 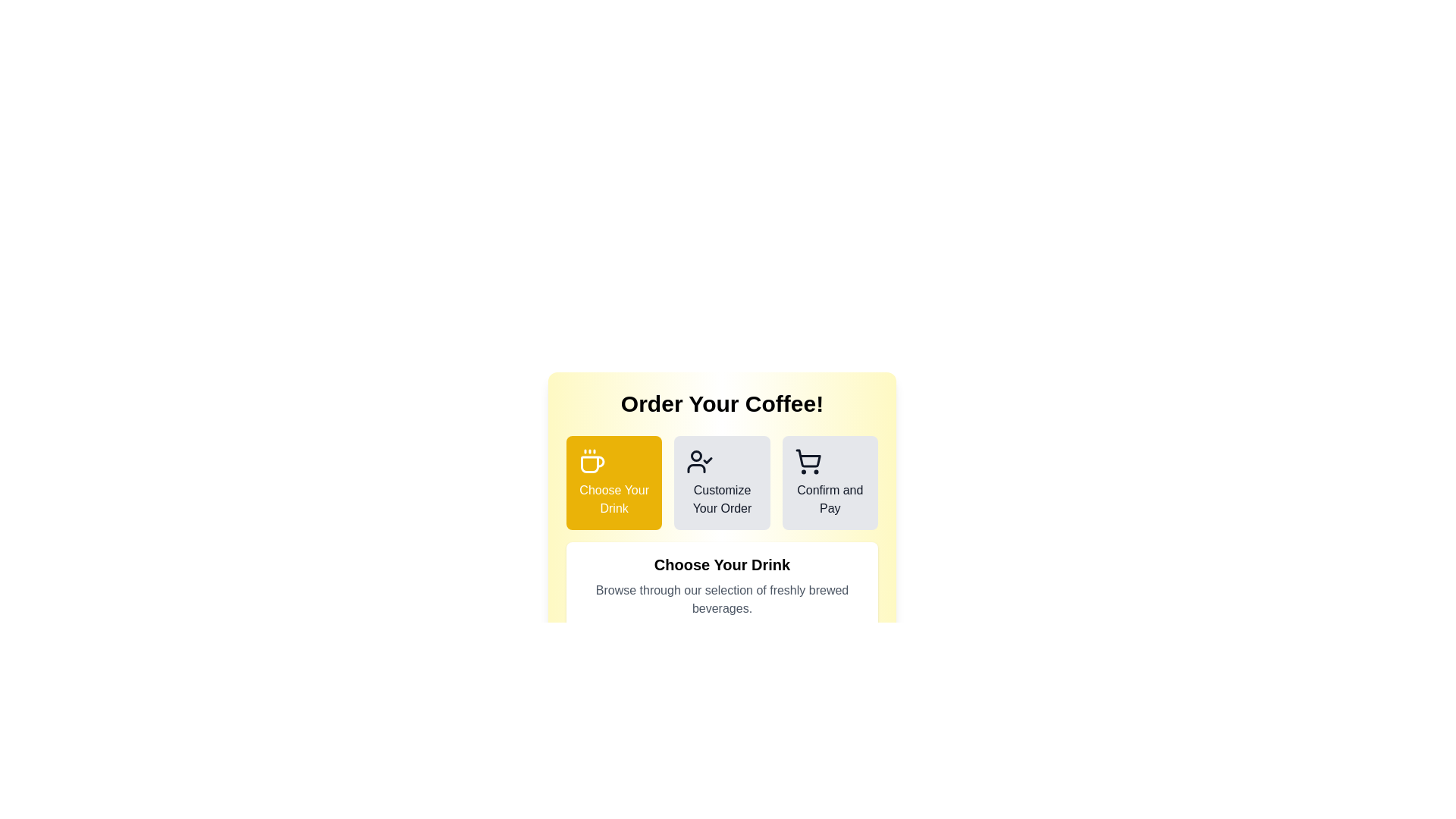 I want to click on the step titled Confirm and Pay to navigate to that step, so click(x=829, y=482).